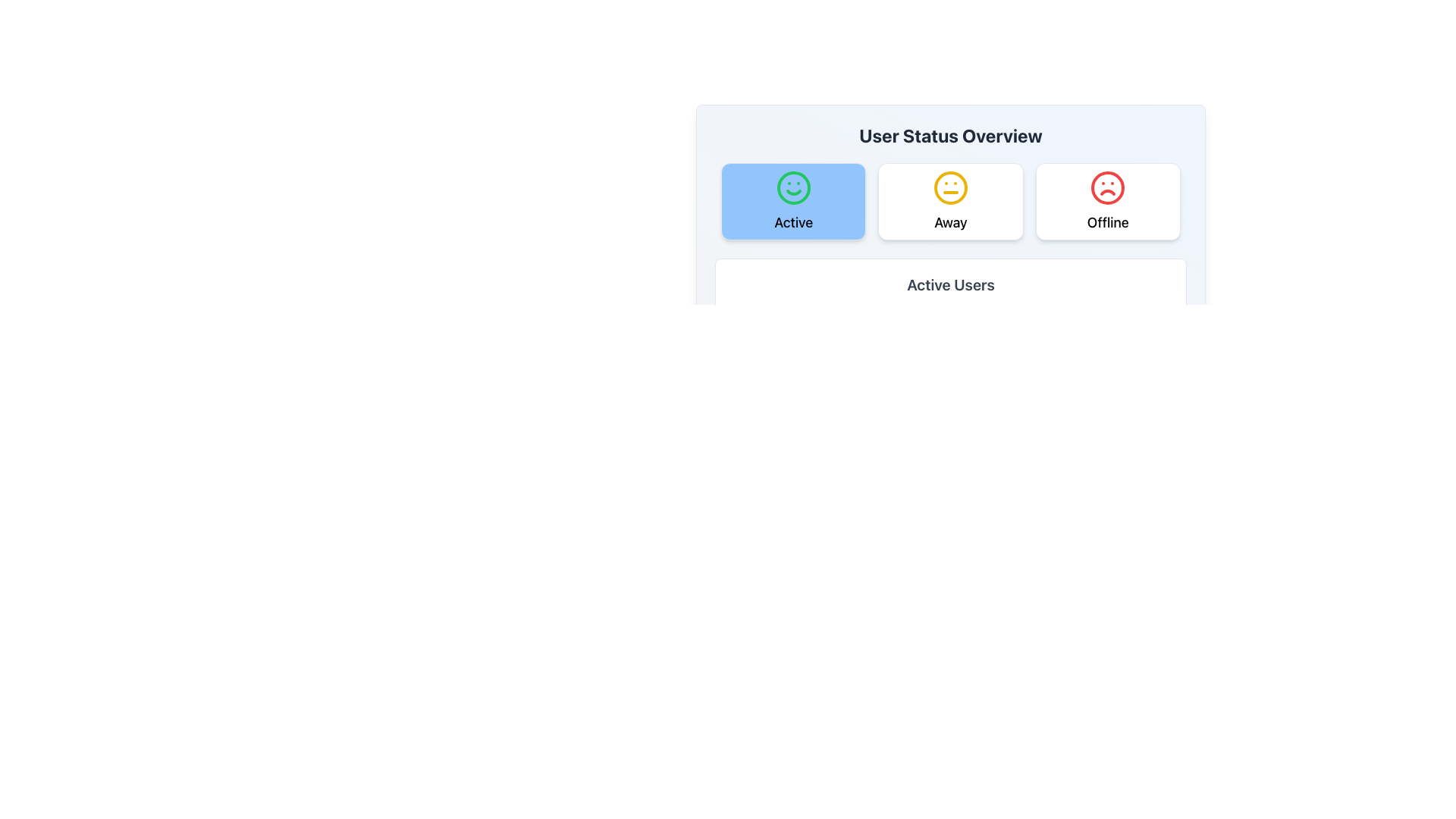  I want to click on the 'Away' status icon located in the middle of the user status options, between the 'Active' and 'Offline' icons, so click(949, 187).